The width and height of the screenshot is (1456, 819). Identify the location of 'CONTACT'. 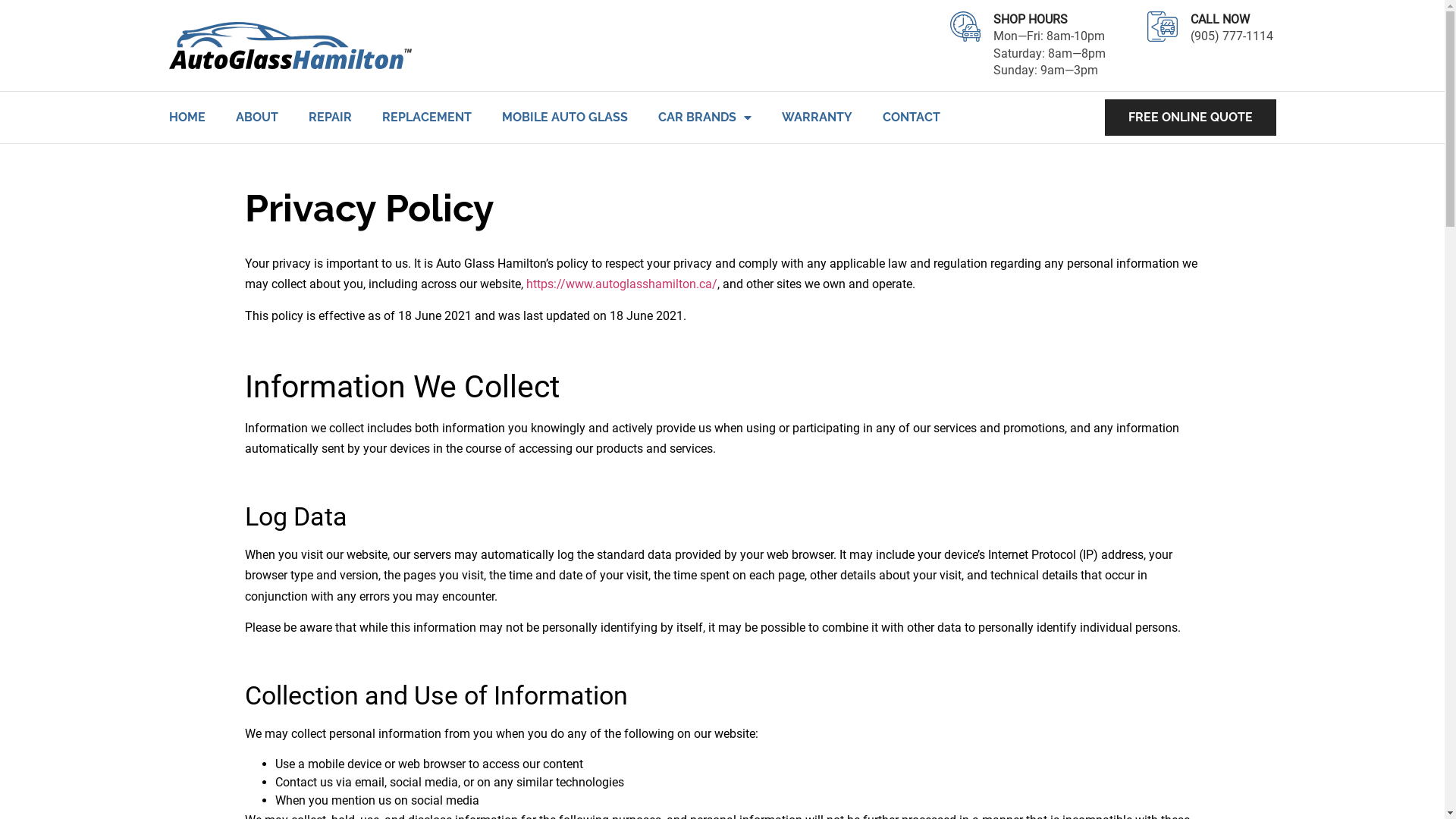
(910, 116).